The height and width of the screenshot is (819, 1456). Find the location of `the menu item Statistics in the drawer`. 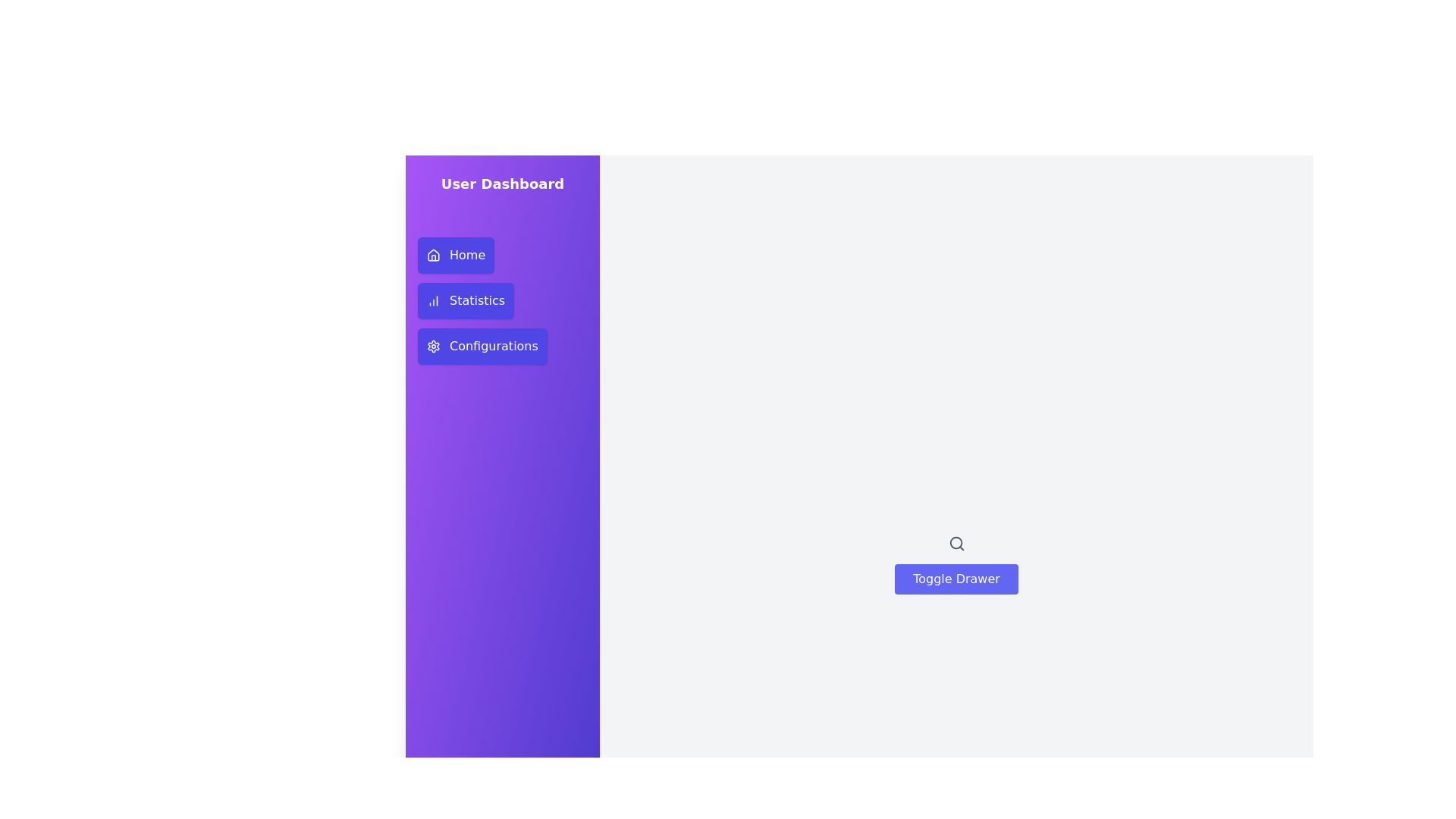

the menu item Statistics in the drawer is located at coordinates (465, 301).